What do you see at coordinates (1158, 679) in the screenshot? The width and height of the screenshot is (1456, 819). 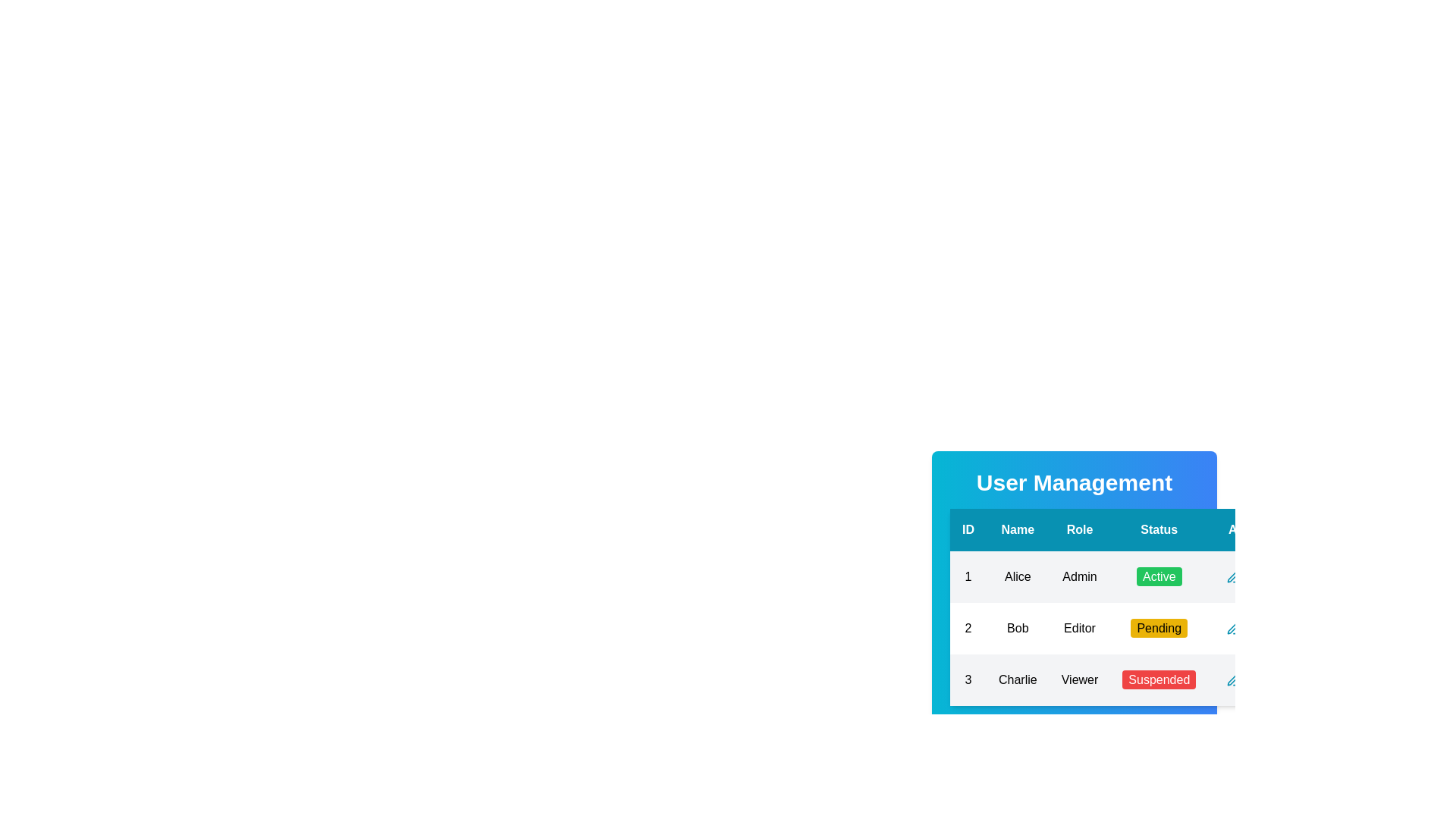 I see `the account status button in the third row of the User Management table, which indicates that the account is suspended` at bounding box center [1158, 679].